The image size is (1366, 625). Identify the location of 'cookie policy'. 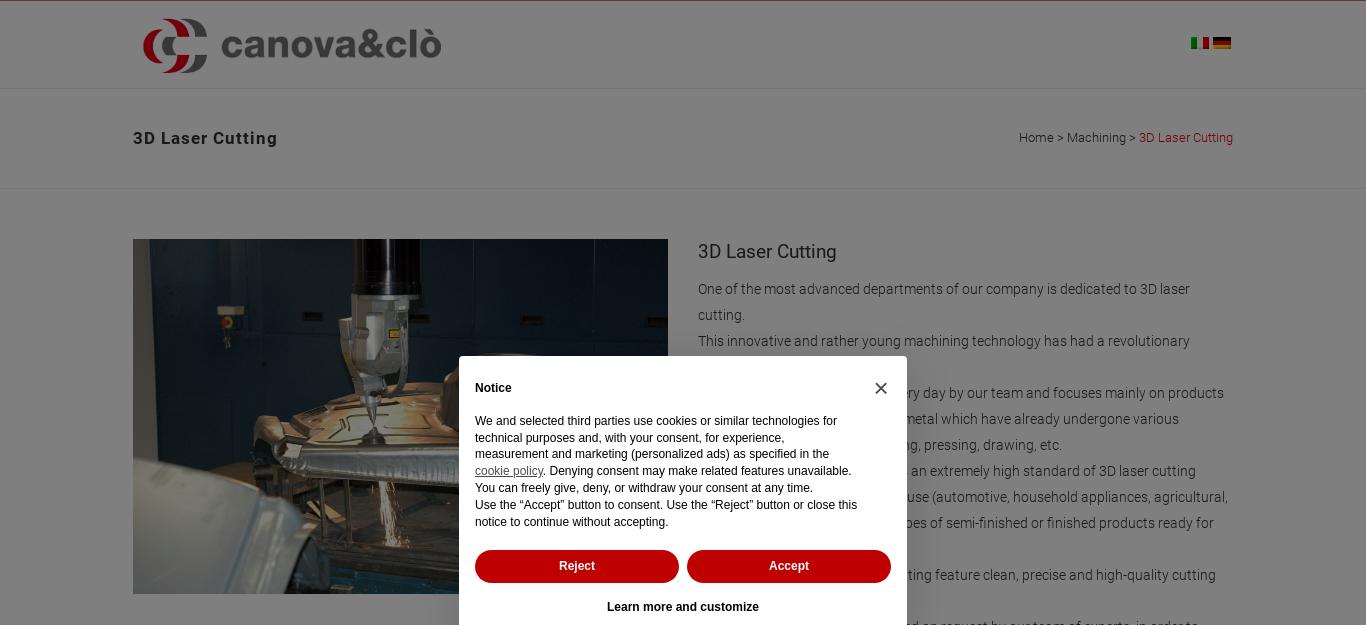
(508, 471).